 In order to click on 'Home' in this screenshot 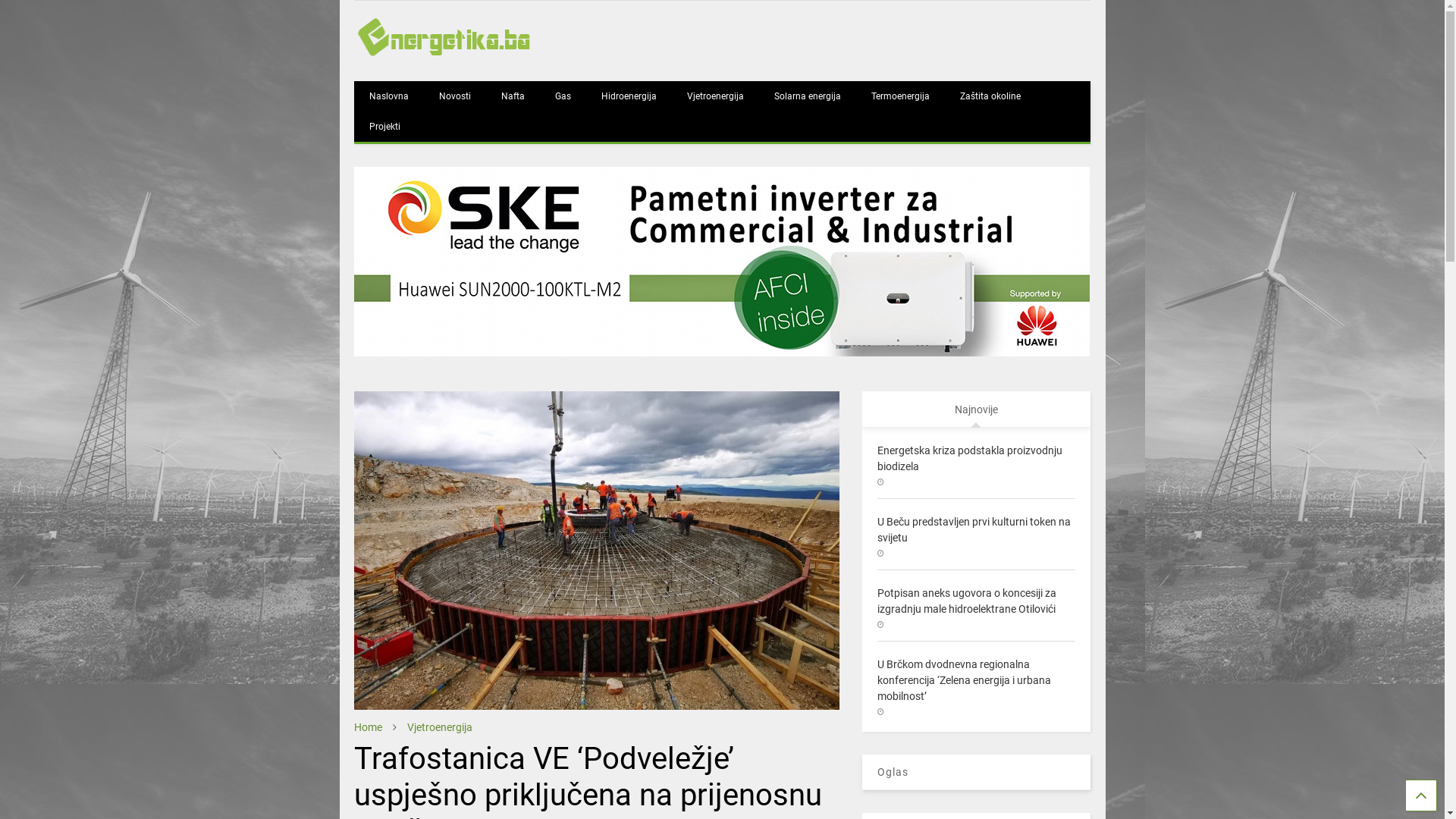, I will do `click(368, 726)`.